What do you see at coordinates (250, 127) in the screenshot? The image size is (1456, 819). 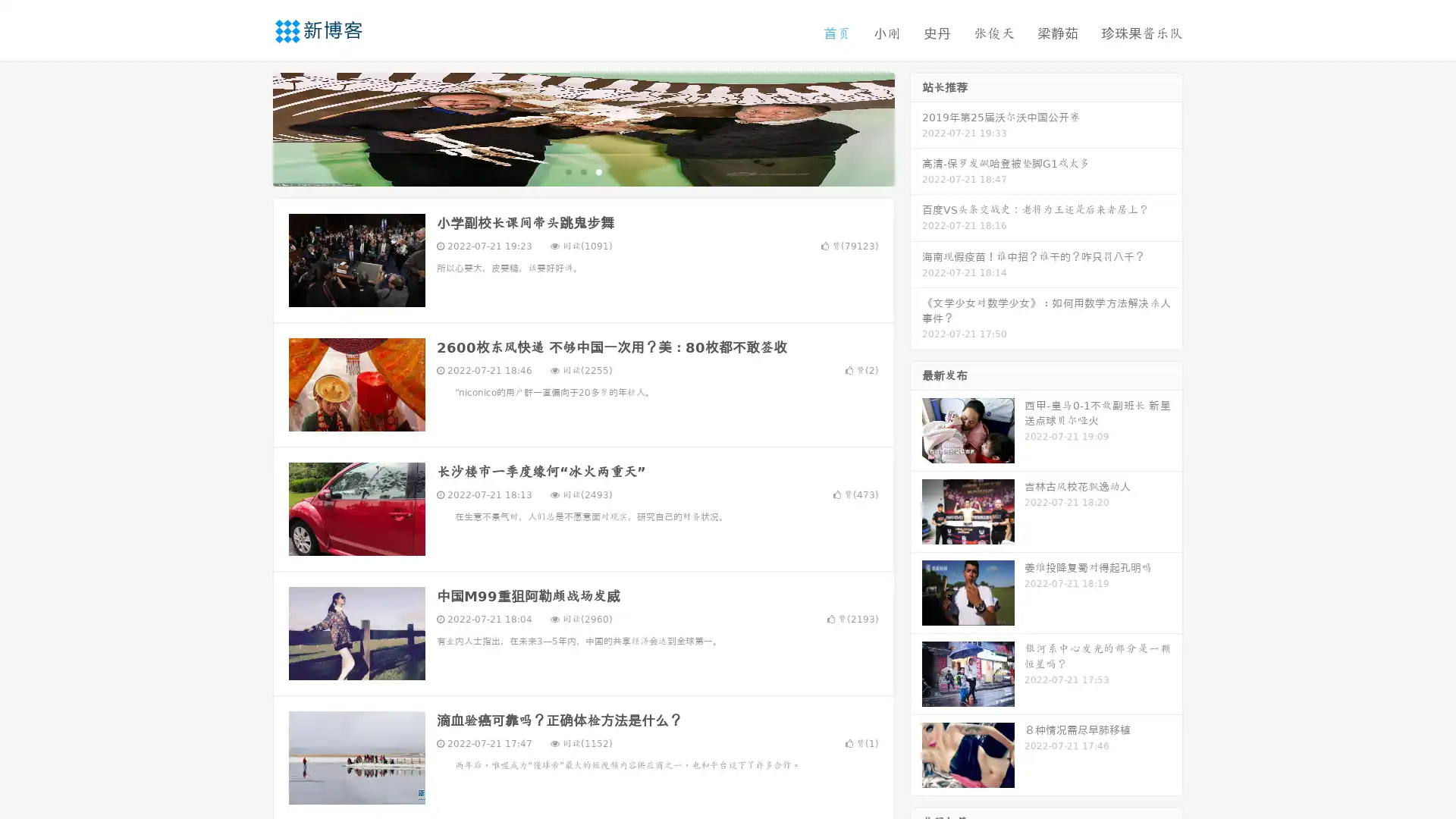 I see `Previous slide` at bounding box center [250, 127].